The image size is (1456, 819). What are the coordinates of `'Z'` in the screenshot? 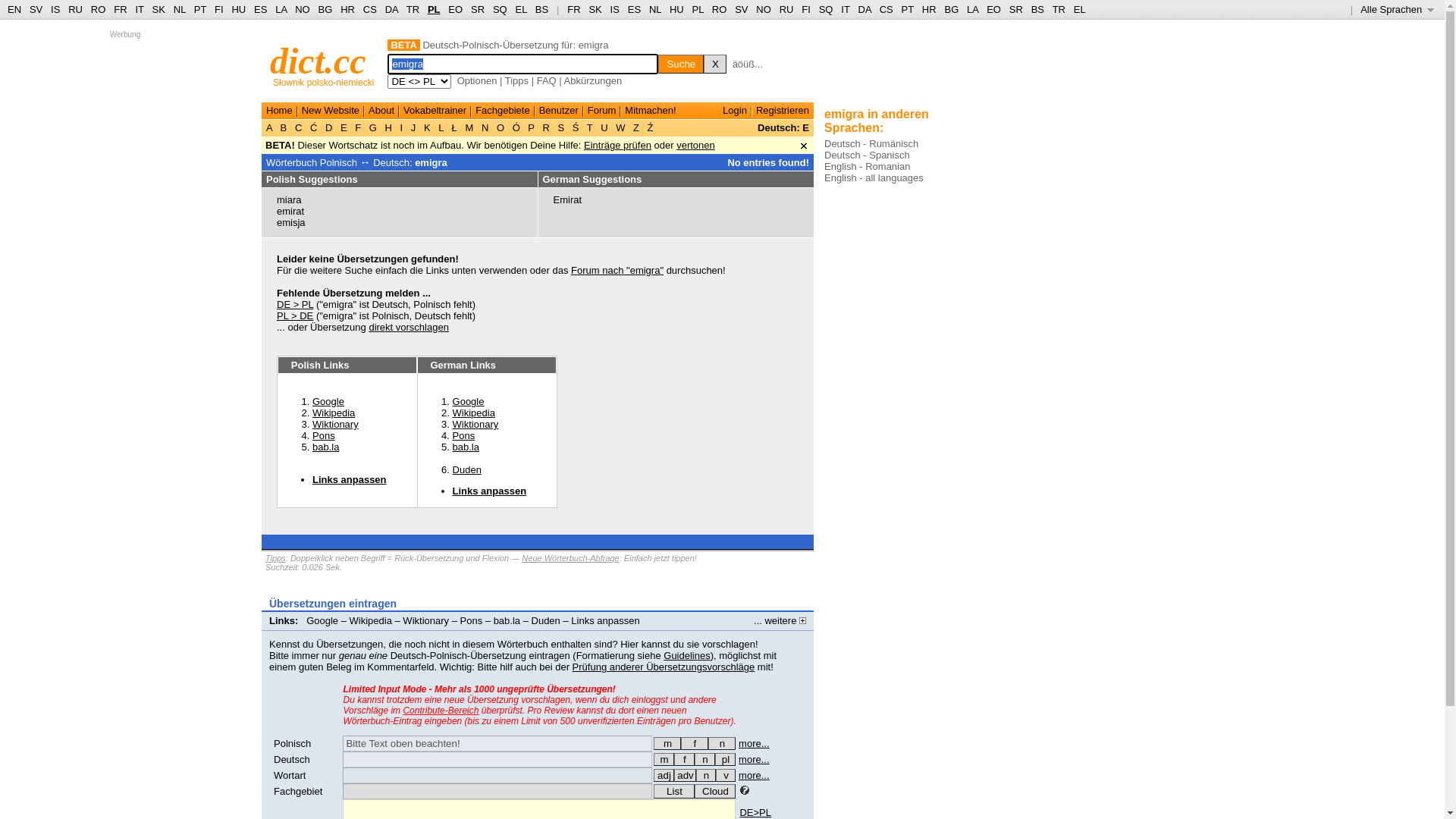 It's located at (635, 127).